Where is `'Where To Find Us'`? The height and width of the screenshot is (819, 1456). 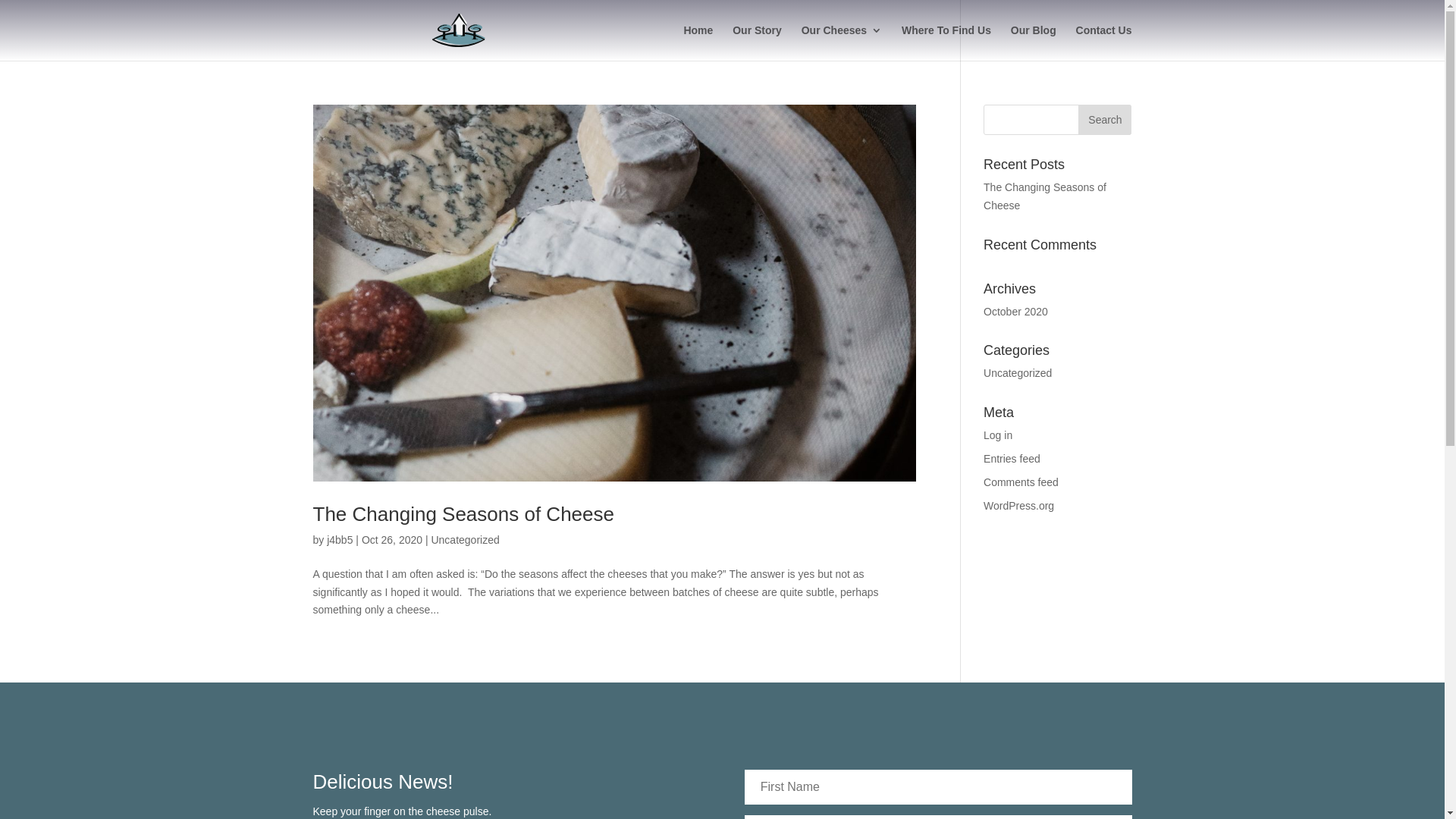
'Where To Find Us' is located at coordinates (946, 42).